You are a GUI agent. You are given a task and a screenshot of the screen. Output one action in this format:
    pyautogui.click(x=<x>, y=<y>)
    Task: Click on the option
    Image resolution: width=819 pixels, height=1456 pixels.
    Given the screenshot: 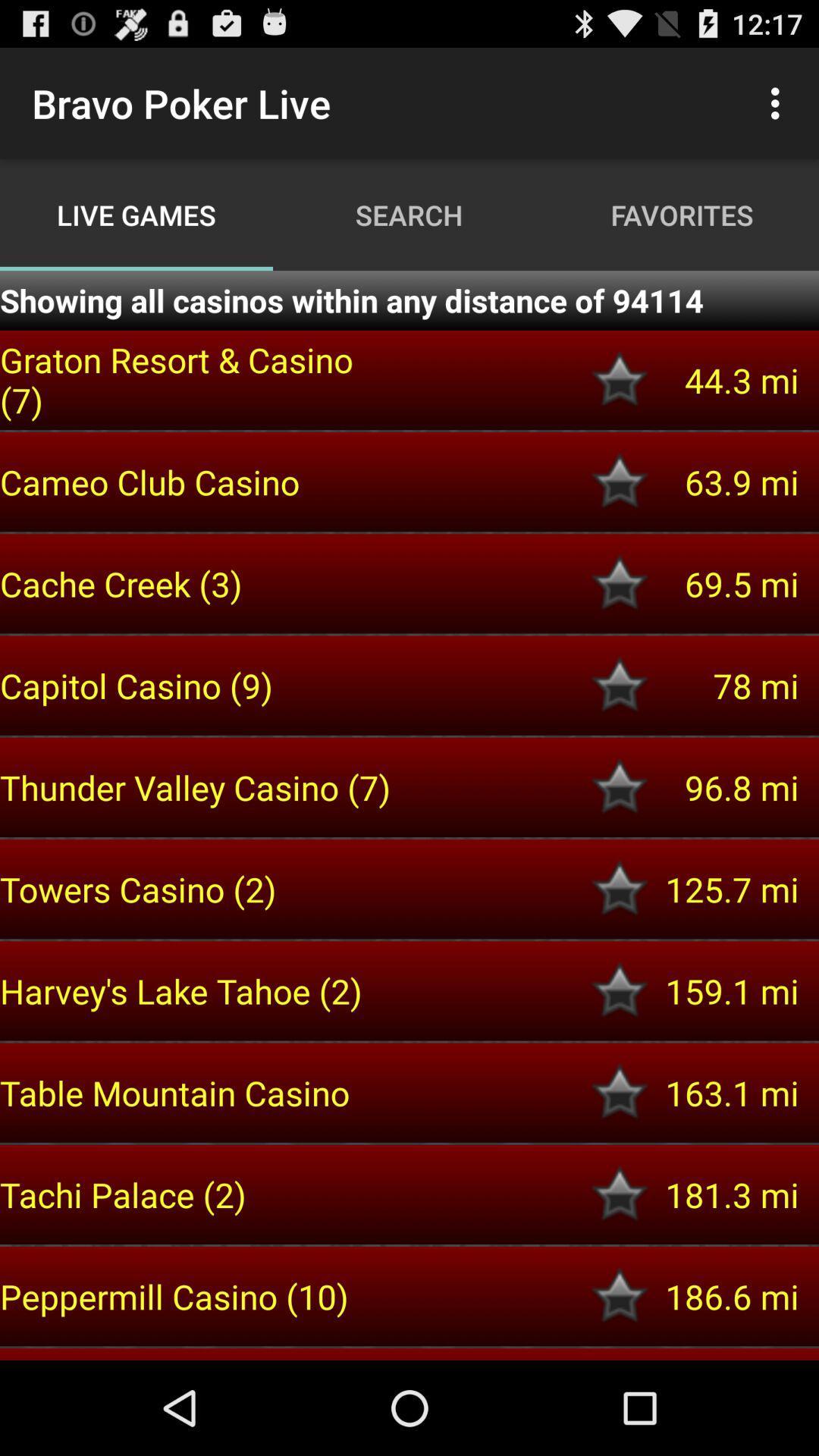 What is the action you would take?
    pyautogui.click(x=620, y=1295)
    